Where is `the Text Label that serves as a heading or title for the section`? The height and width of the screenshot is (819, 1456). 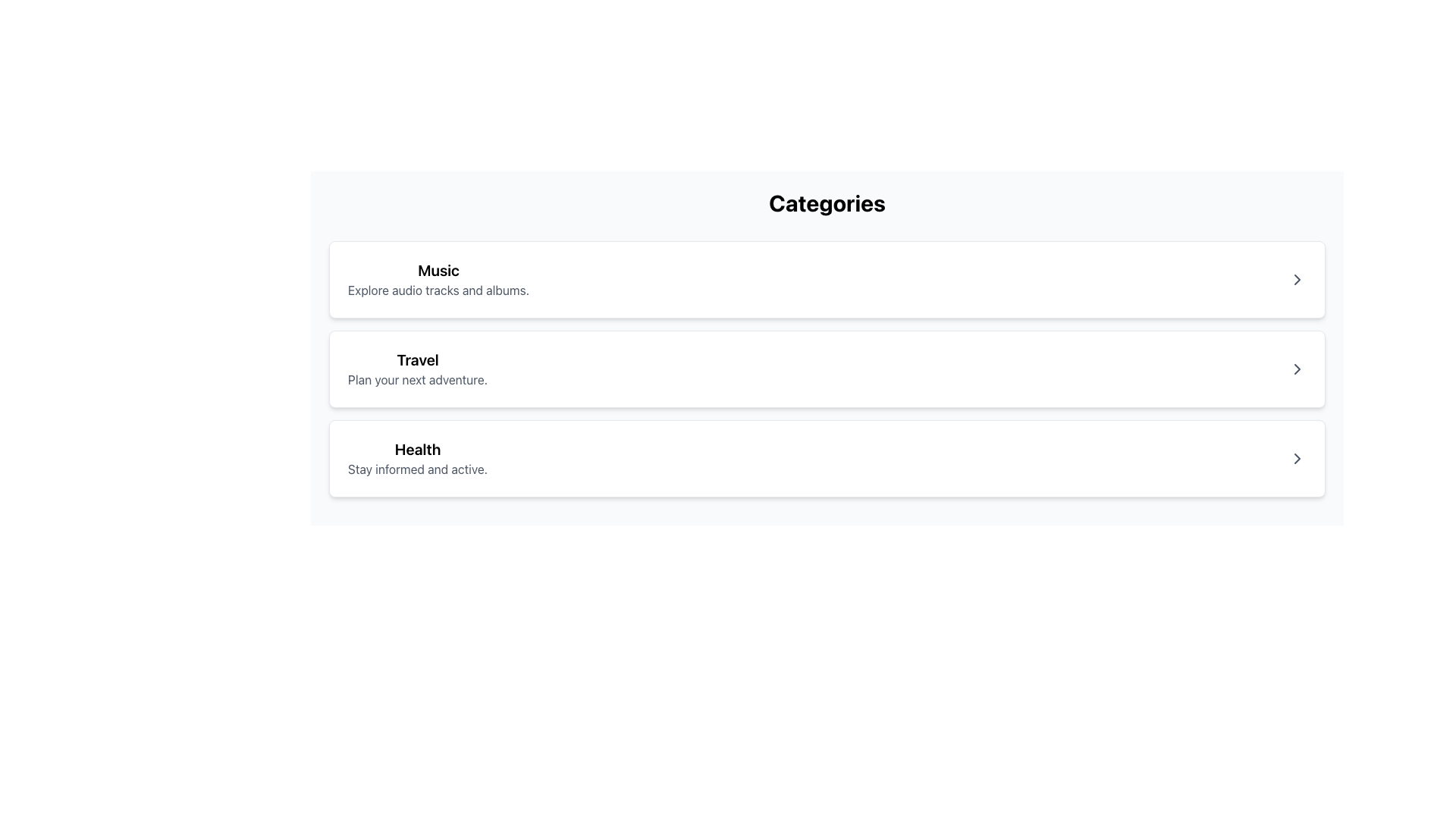
the Text Label that serves as a heading or title for the section is located at coordinates (438, 270).